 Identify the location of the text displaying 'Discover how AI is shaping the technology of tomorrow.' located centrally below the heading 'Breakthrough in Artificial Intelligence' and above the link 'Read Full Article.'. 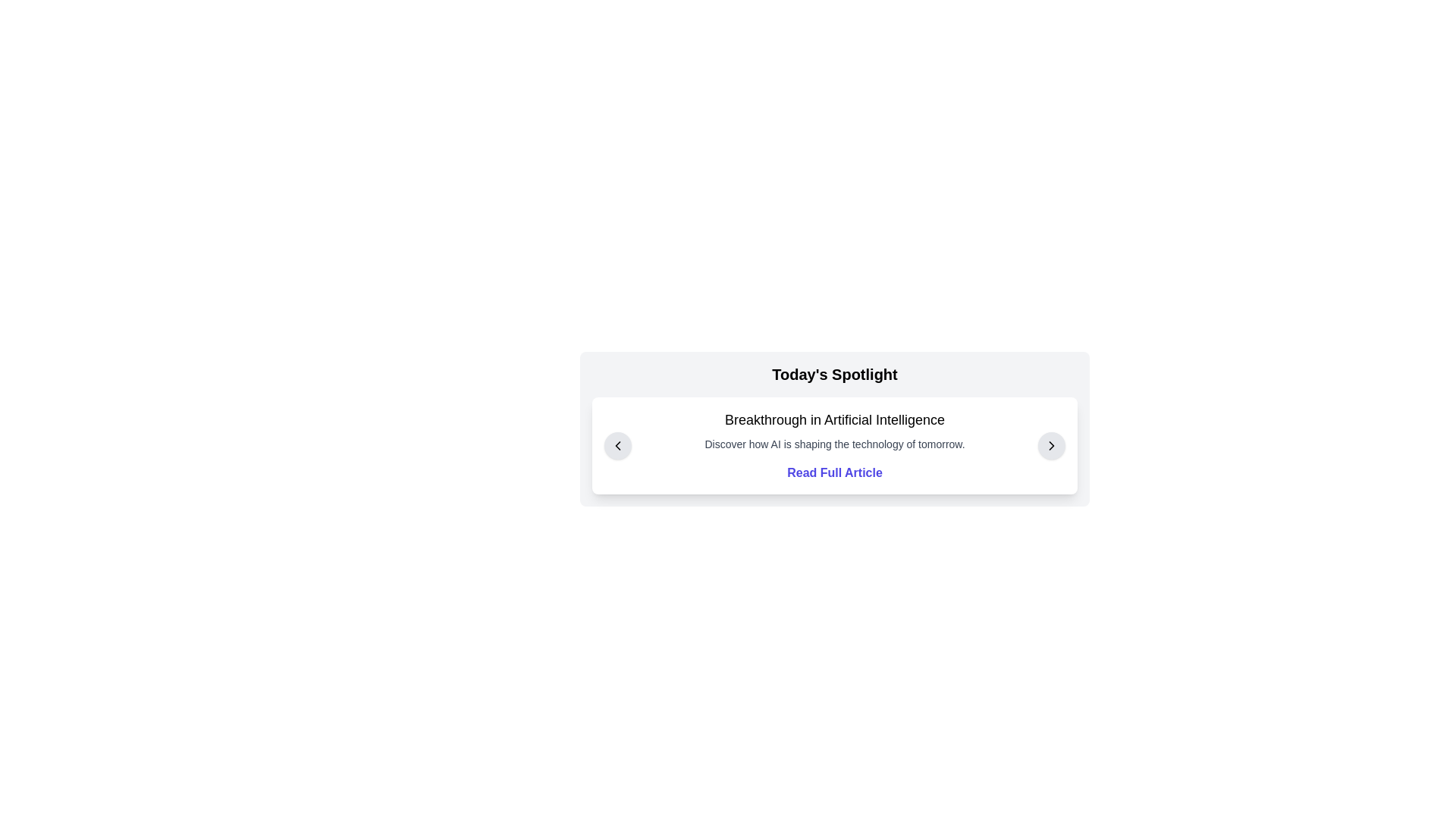
(833, 444).